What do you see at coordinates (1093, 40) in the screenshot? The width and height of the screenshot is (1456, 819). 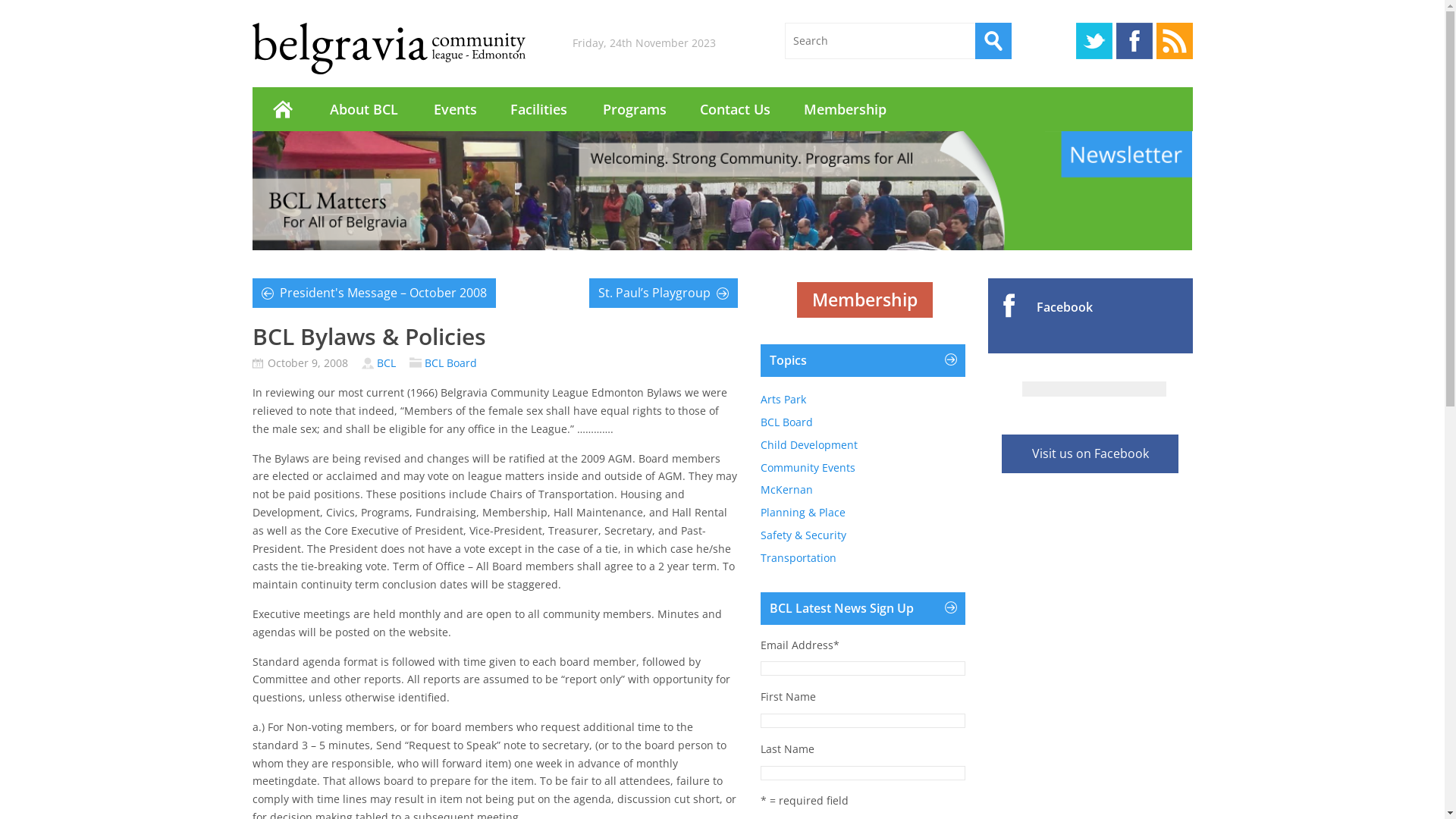 I see `'Twitter'` at bounding box center [1093, 40].